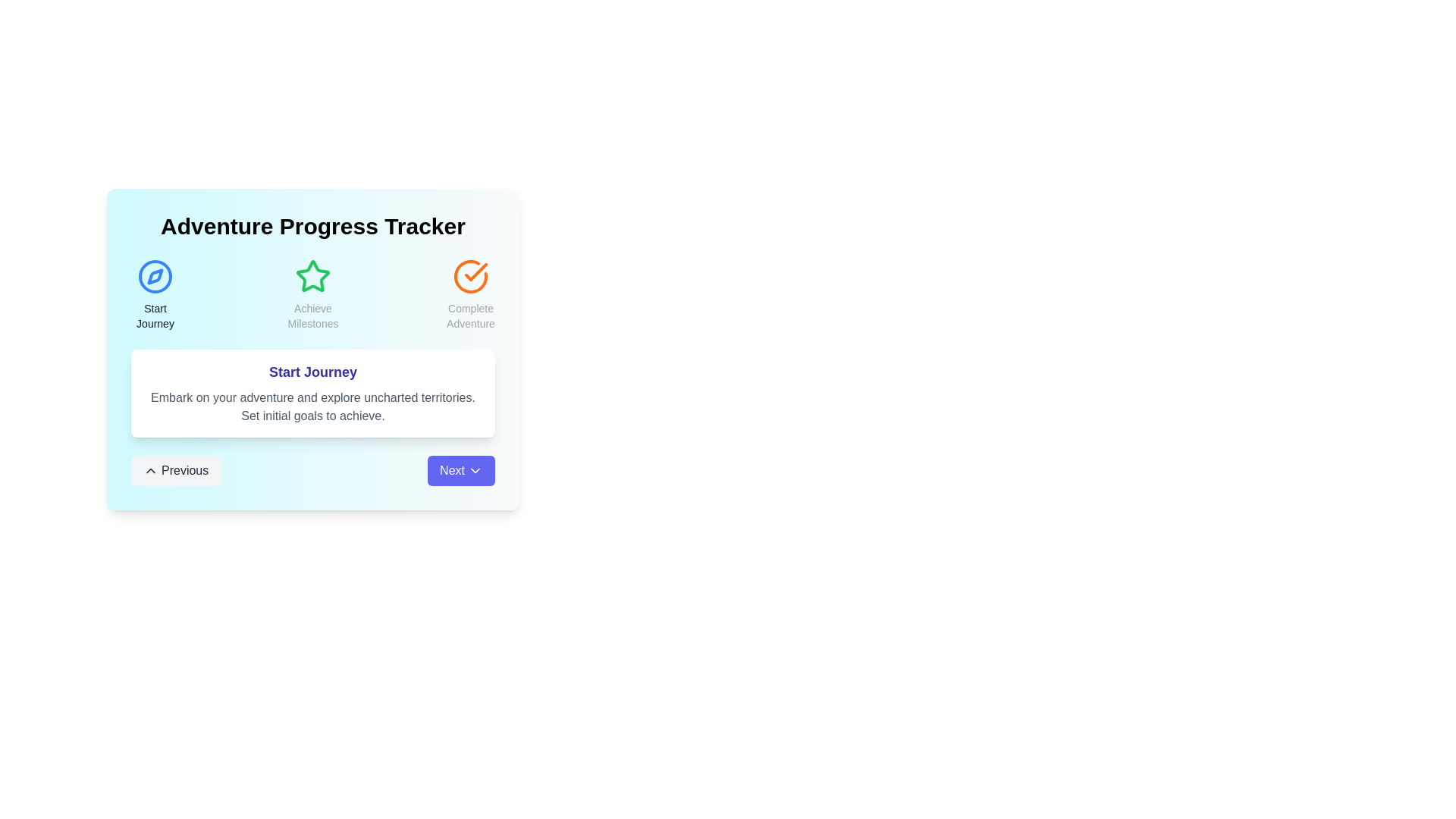  Describe the element at coordinates (175, 470) in the screenshot. I see `'Previous' button to navigate to the previous step` at that location.